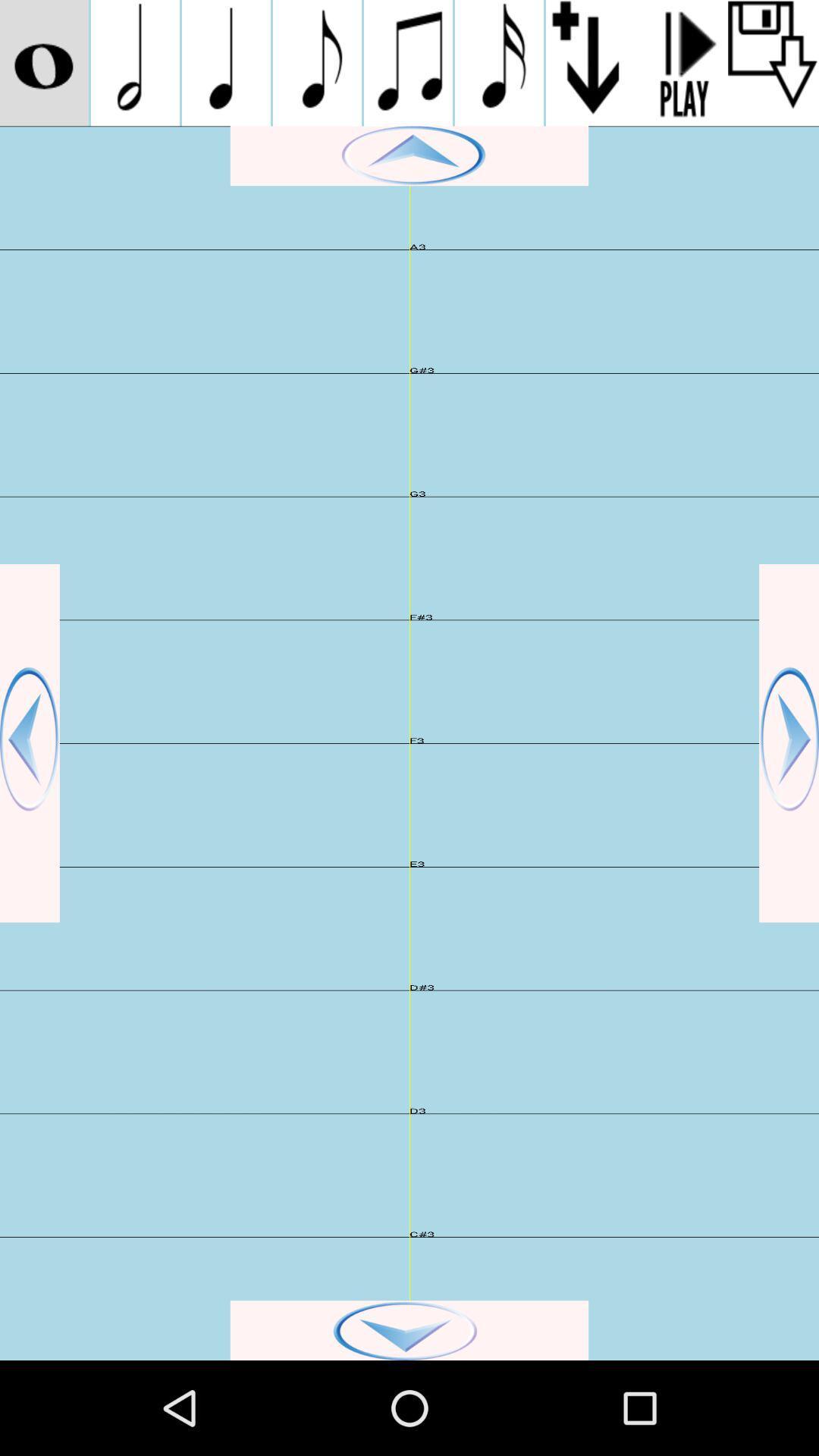 The width and height of the screenshot is (819, 1456). What do you see at coordinates (499, 62) in the screenshot?
I see `semi-quaver` at bounding box center [499, 62].